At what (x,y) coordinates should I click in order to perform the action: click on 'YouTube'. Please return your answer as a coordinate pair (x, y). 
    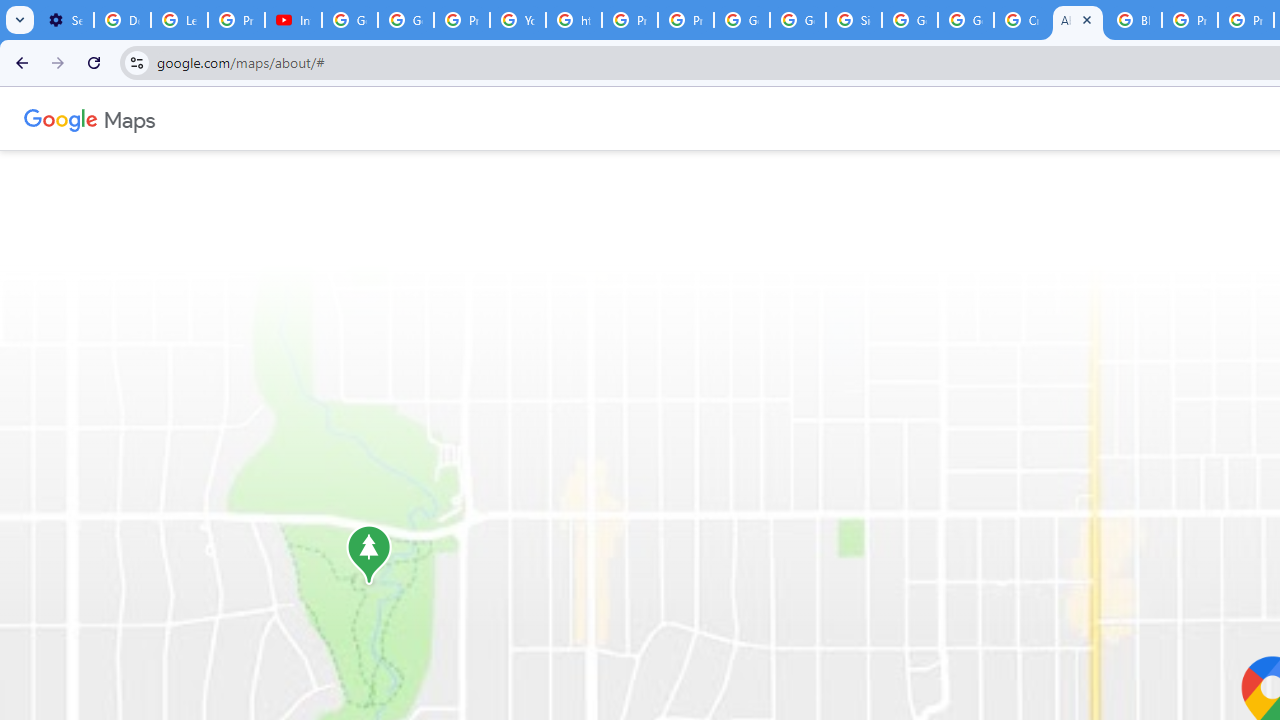
    Looking at the image, I should click on (518, 20).